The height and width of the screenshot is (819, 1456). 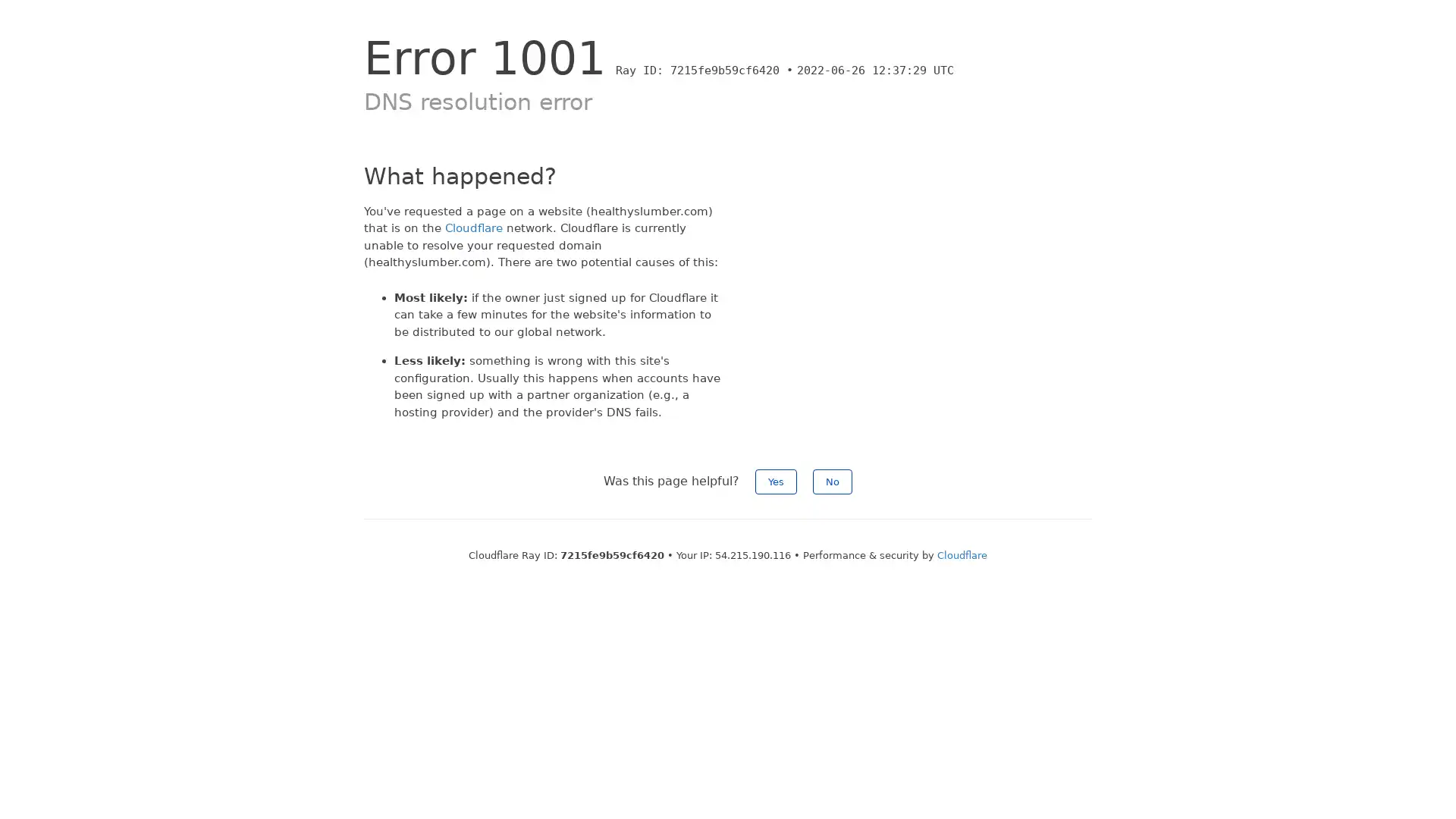 I want to click on Yes, so click(x=776, y=482).